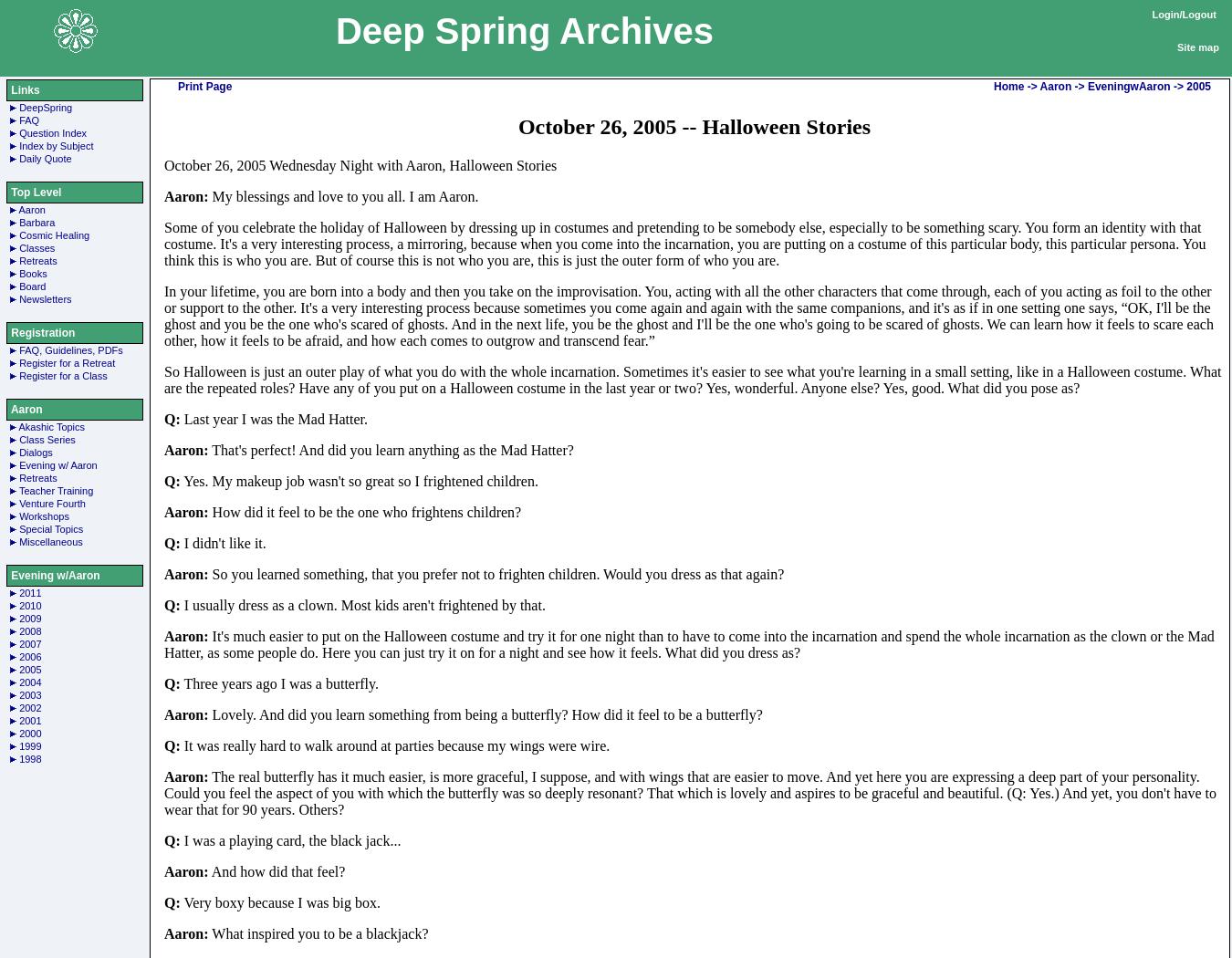 Image resolution: width=1232 pixels, height=958 pixels. What do you see at coordinates (46, 439) in the screenshot?
I see `'Class Series'` at bounding box center [46, 439].